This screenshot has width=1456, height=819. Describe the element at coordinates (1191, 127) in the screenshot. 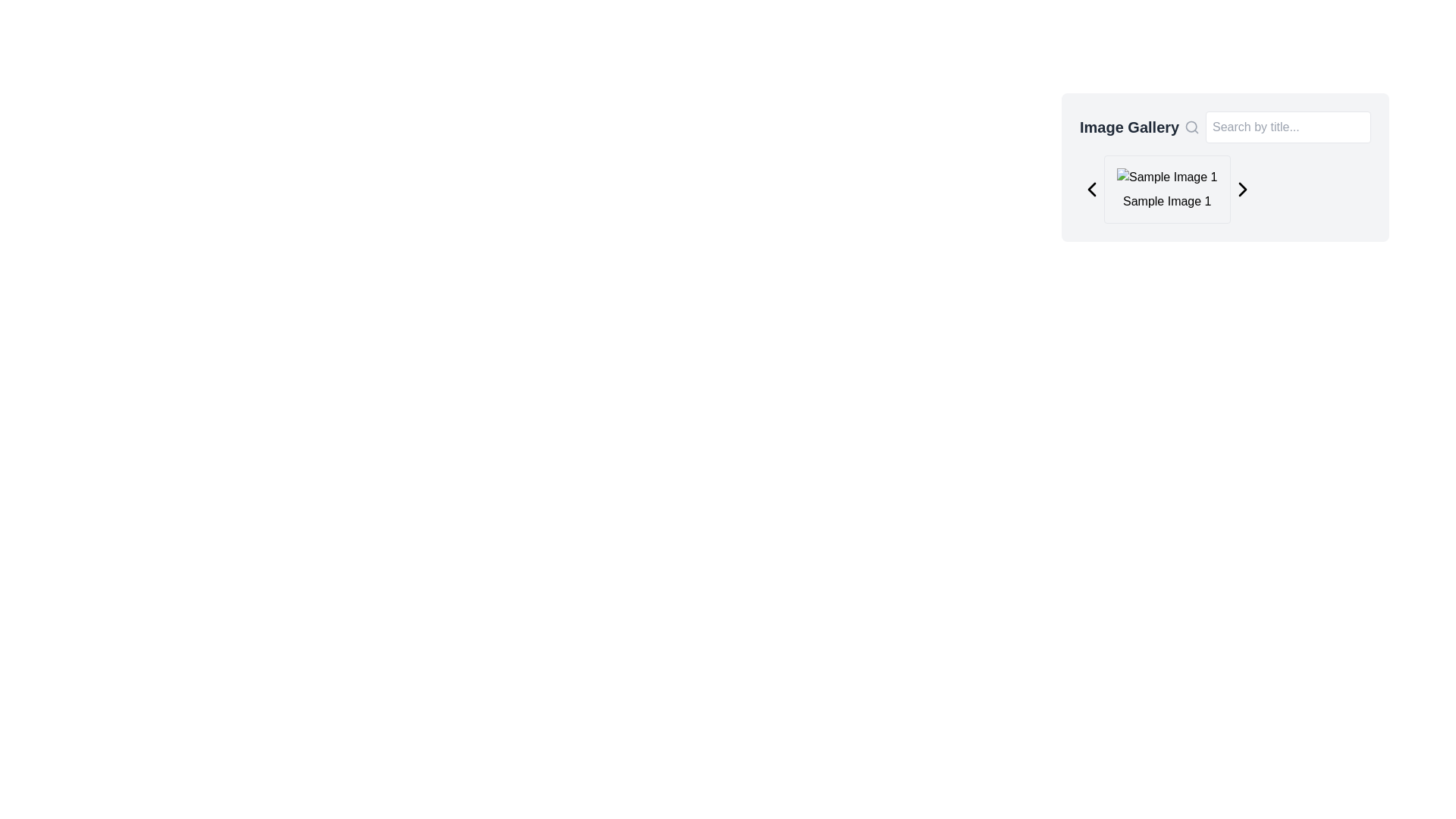

I see `the magnifying glass icon, which is a gray vector graphic with a circular lens and diagonal handle, located to the left of the search input field` at that location.